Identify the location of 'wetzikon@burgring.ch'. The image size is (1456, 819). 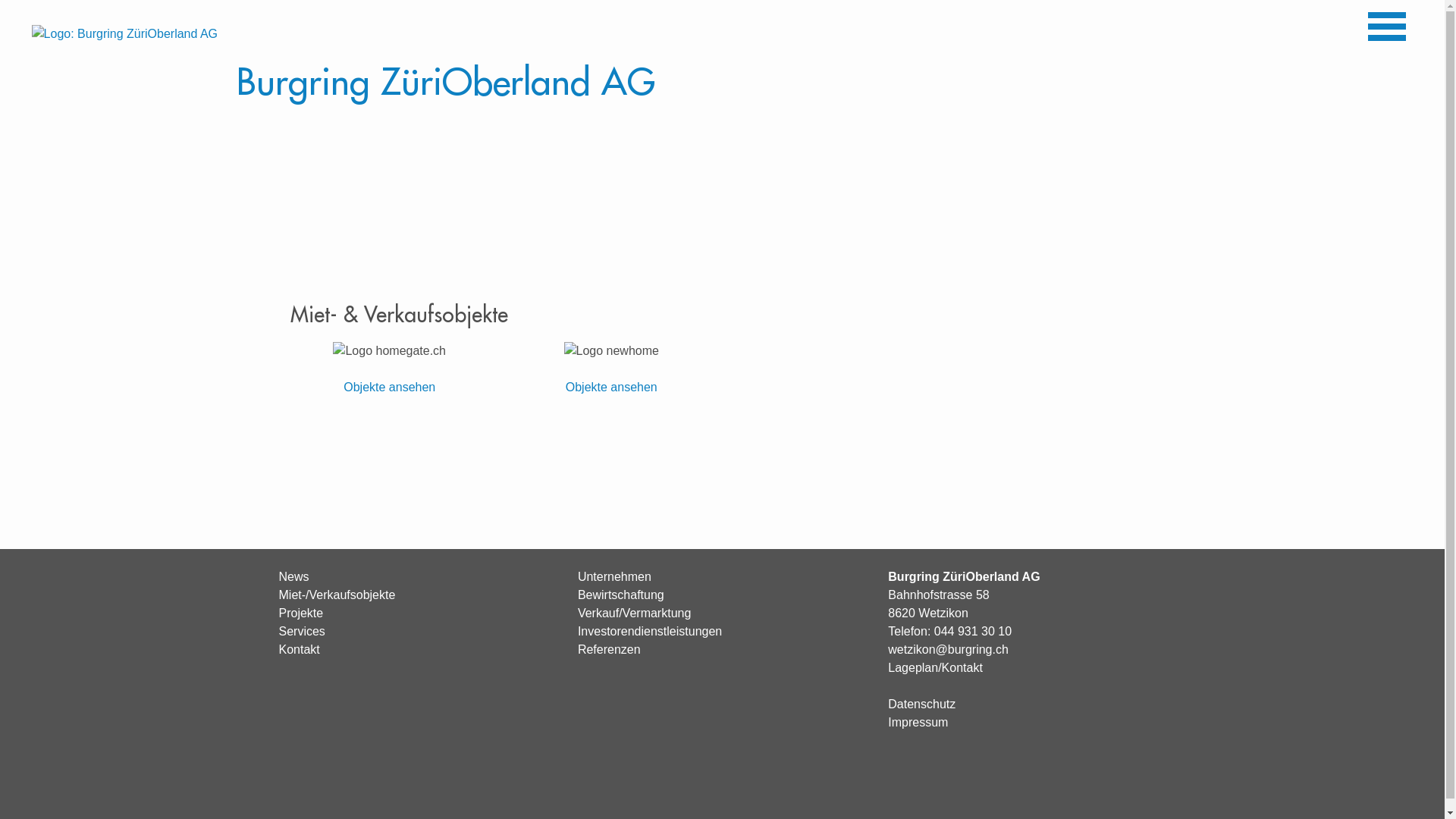
(947, 648).